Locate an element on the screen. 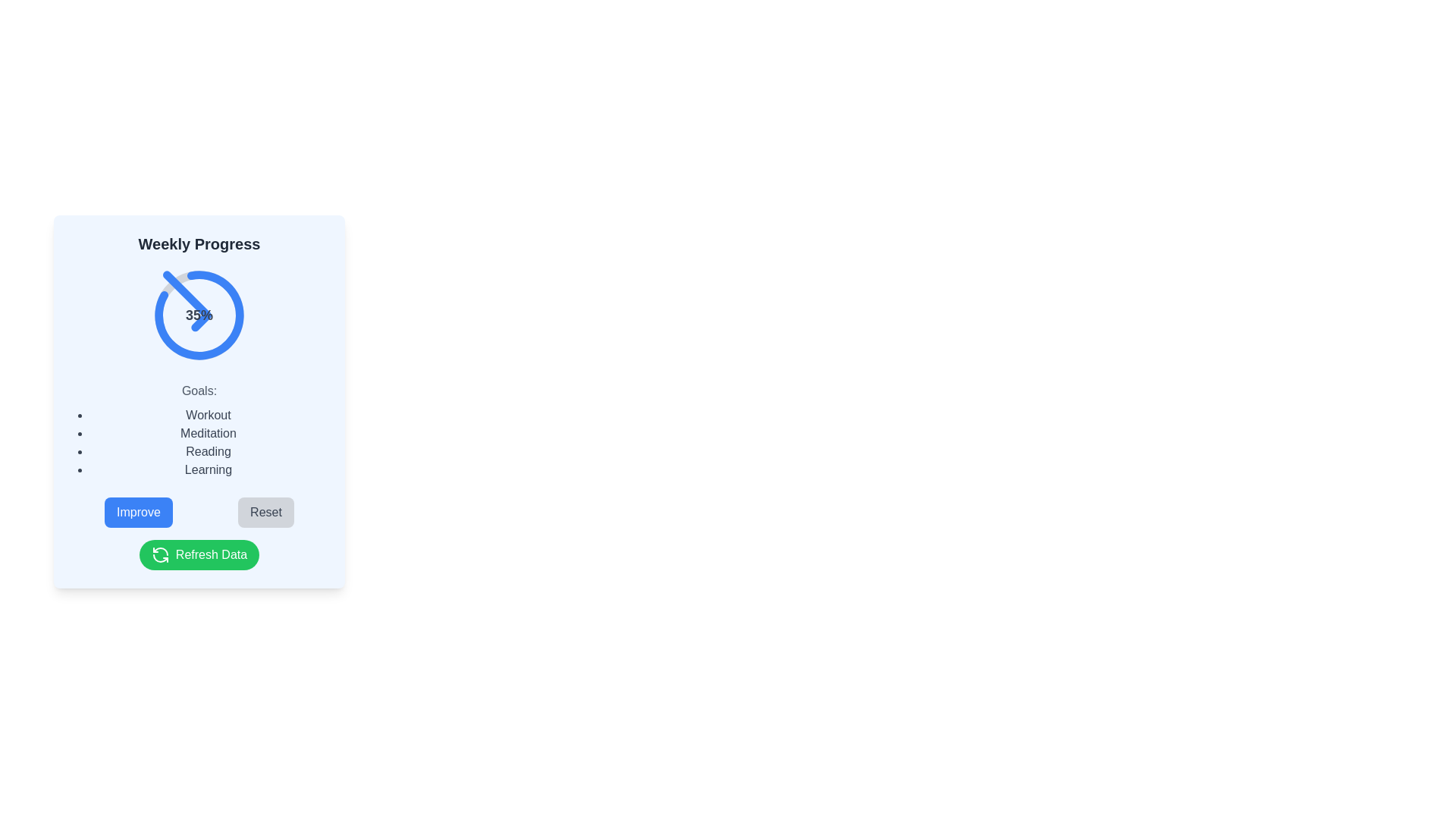  the circular refresh icon located inside the green 'Refresh Data' button, positioned to the left of the text is located at coordinates (160, 555).